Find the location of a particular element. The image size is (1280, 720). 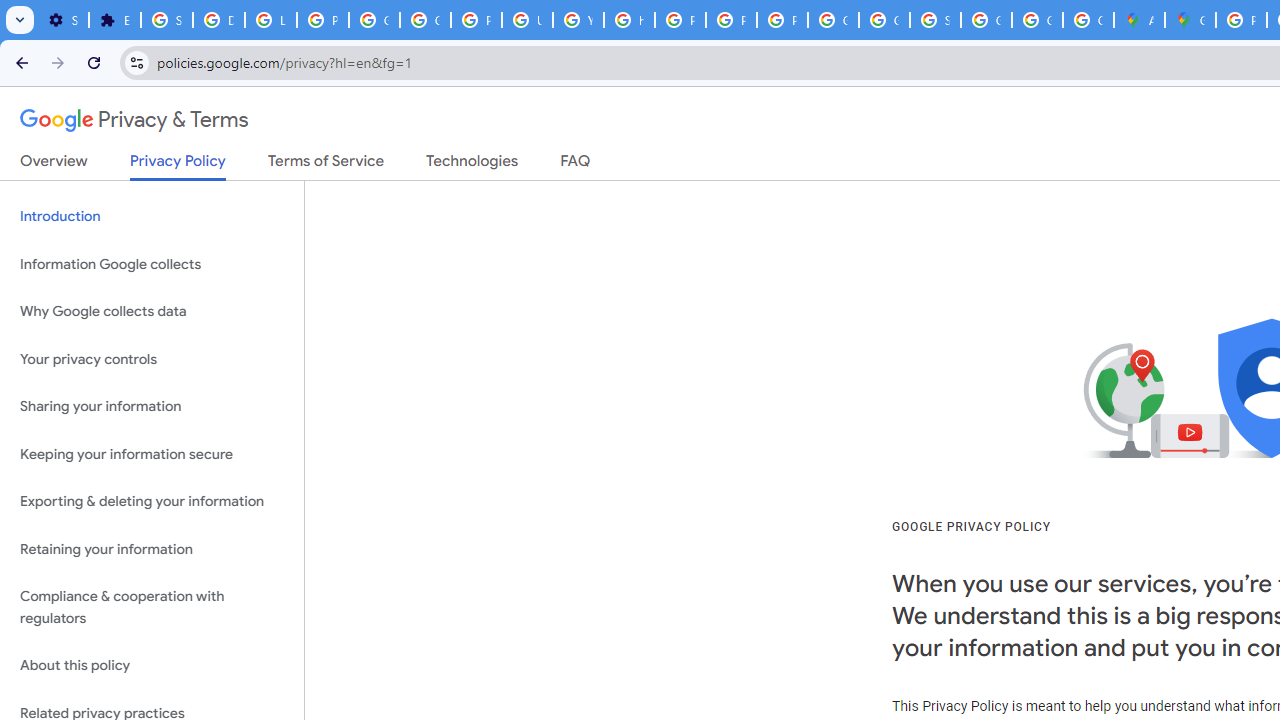

'Technologies' is located at coordinates (471, 164).